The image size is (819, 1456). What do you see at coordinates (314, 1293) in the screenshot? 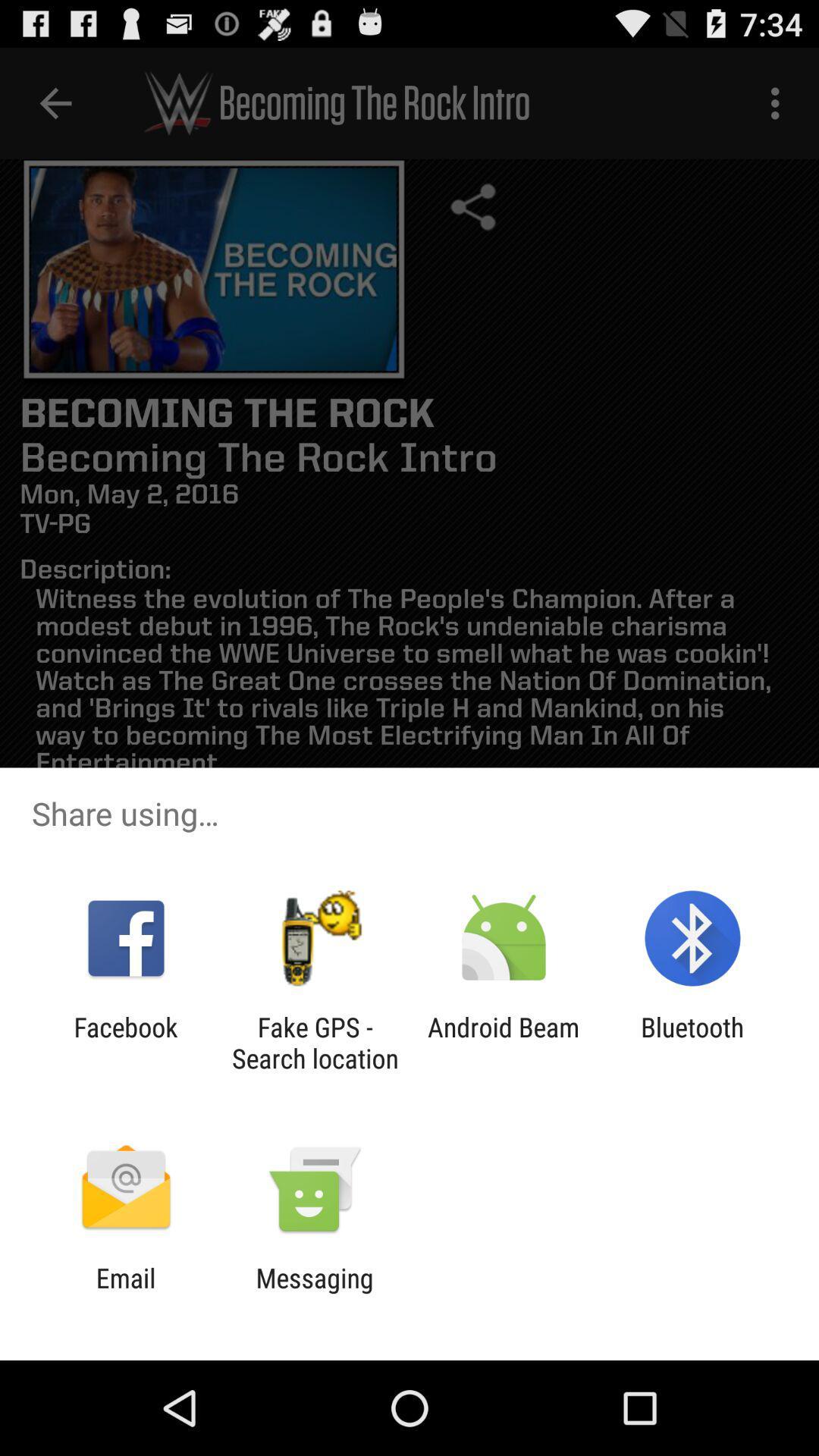
I see `messaging` at bounding box center [314, 1293].